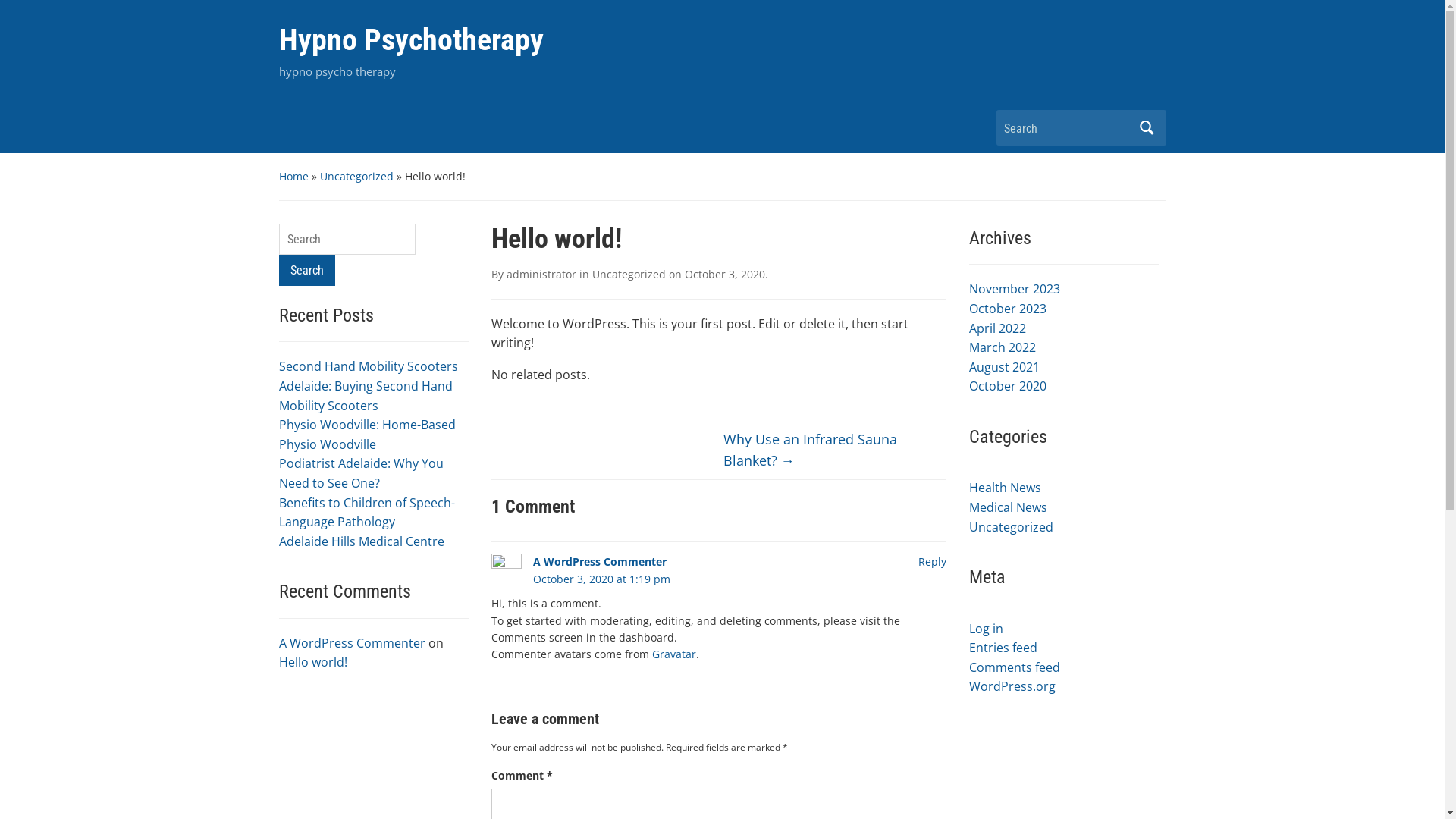  Describe the element at coordinates (1003, 647) in the screenshot. I see `'Entries feed'` at that location.